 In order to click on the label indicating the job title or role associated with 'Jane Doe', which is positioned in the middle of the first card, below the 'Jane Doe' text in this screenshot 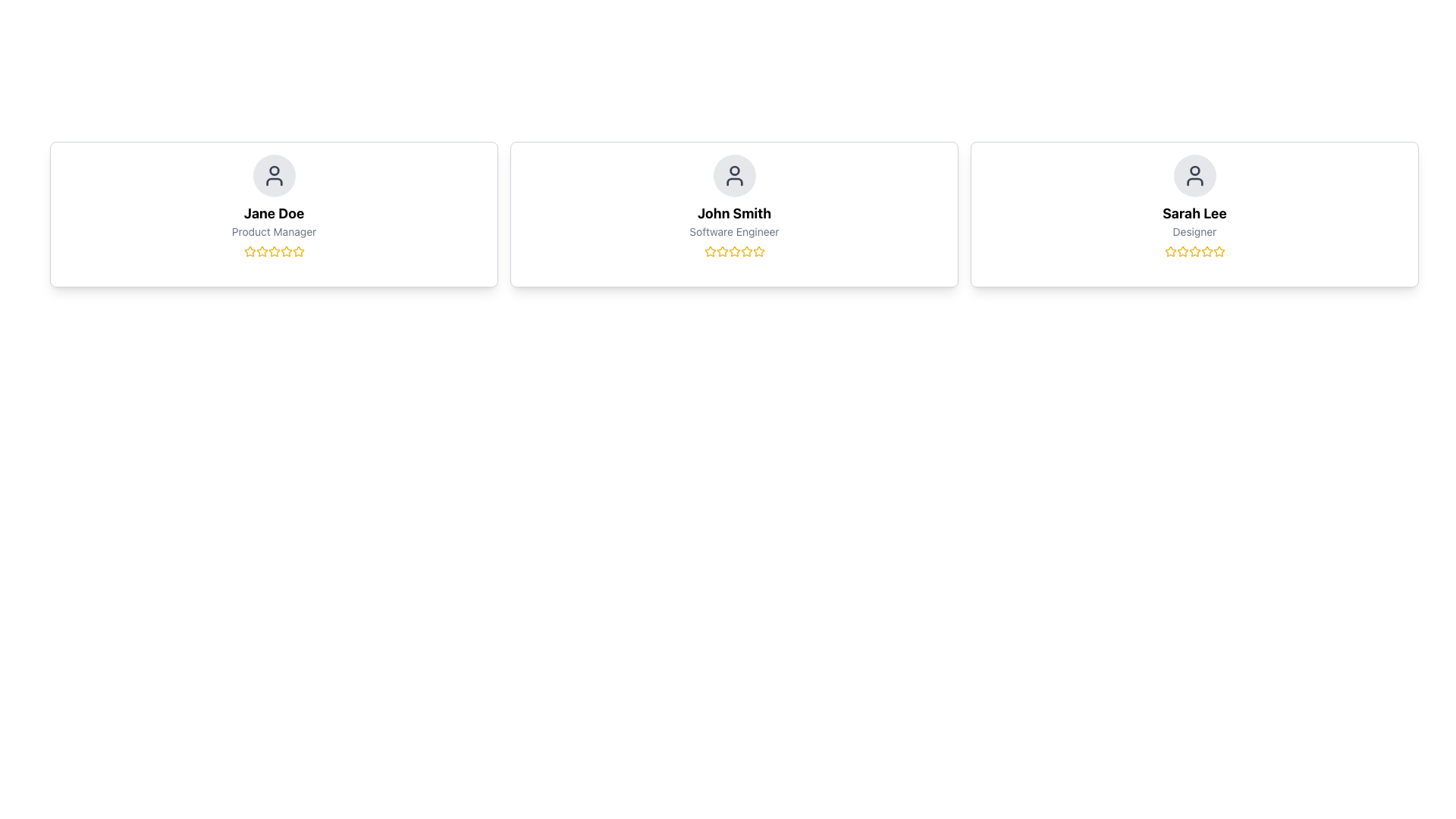, I will do `click(274, 231)`.